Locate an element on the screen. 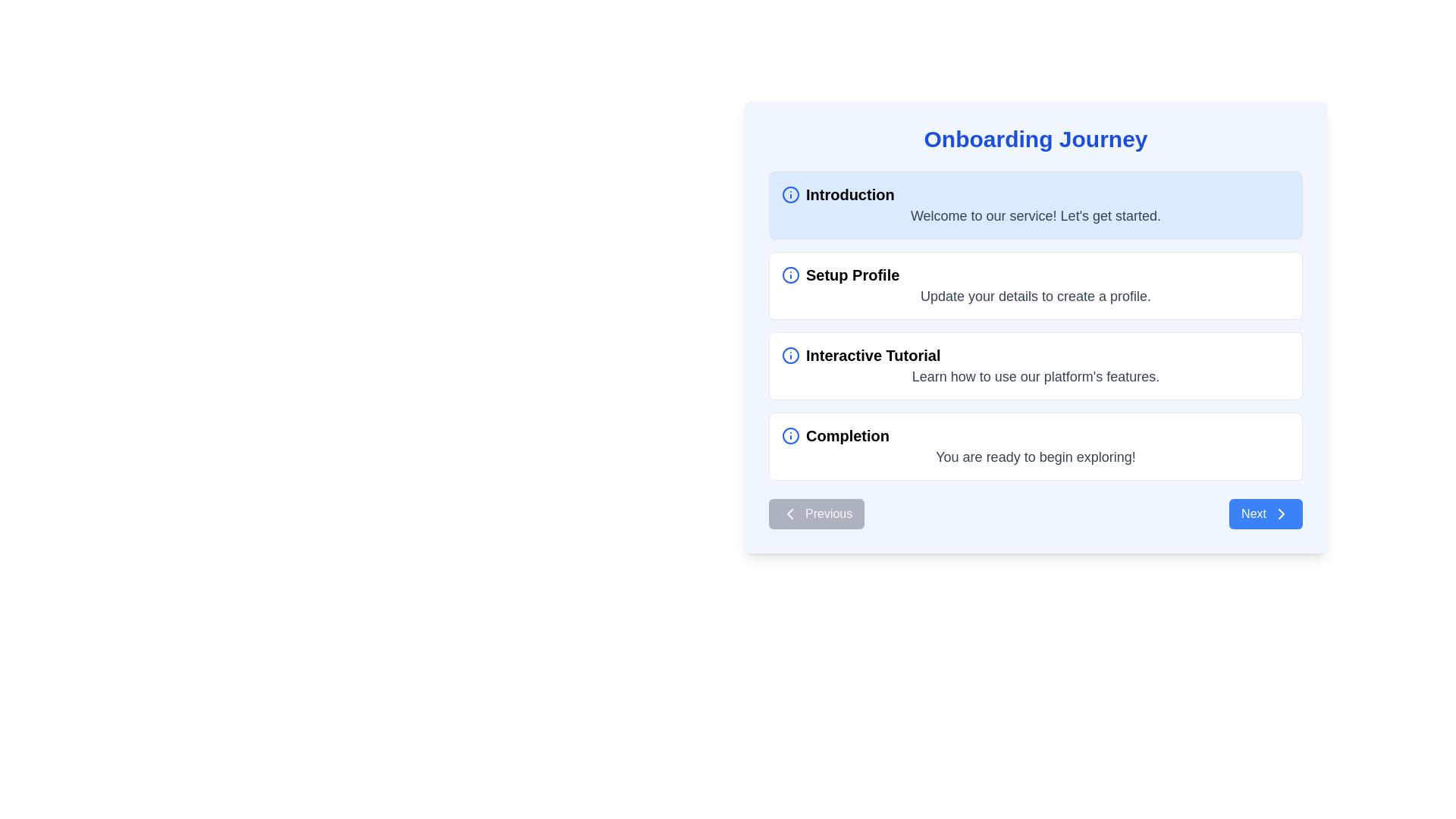 The width and height of the screenshot is (1456, 819). the informational icon, which is a circle with a blue border and an 'i' inside, located to the left of the text 'Completion' in the last entry of a vertical list is located at coordinates (789, 435).